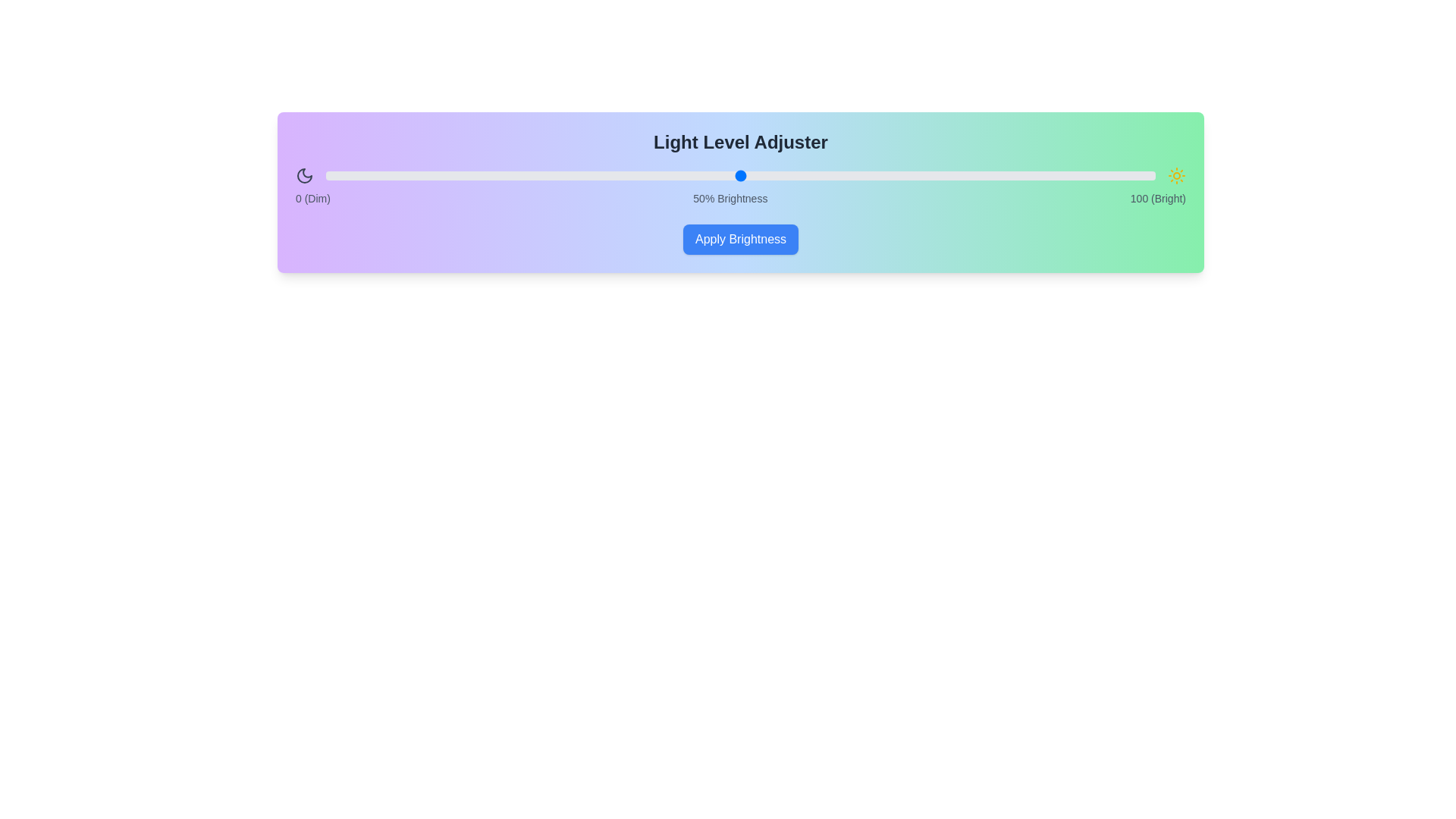 The image size is (1456, 819). What do you see at coordinates (955, 174) in the screenshot?
I see `the brightness slider to 76%` at bounding box center [955, 174].